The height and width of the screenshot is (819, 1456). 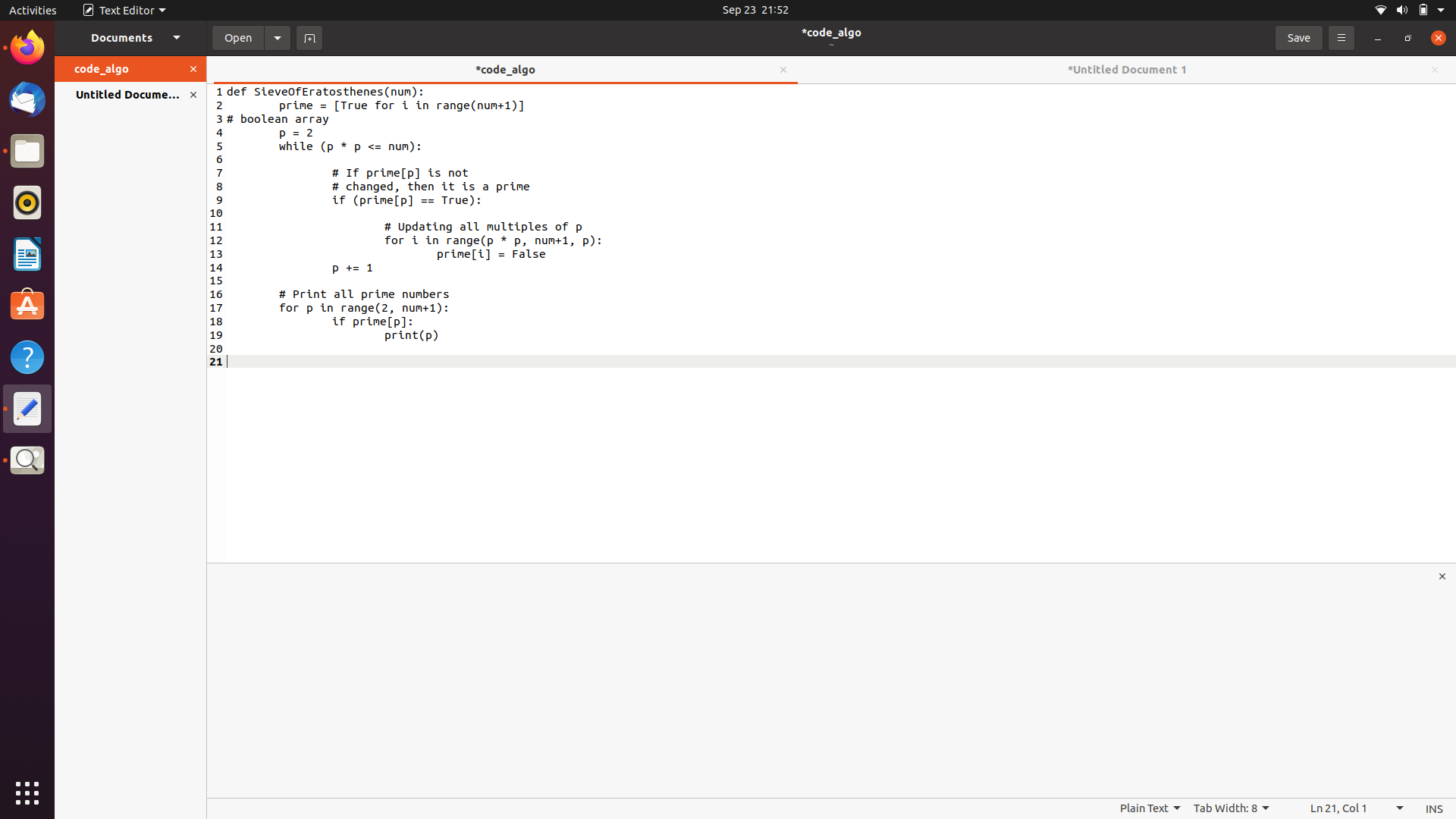 I want to click on a fresh tab, so click(x=308, y=36).